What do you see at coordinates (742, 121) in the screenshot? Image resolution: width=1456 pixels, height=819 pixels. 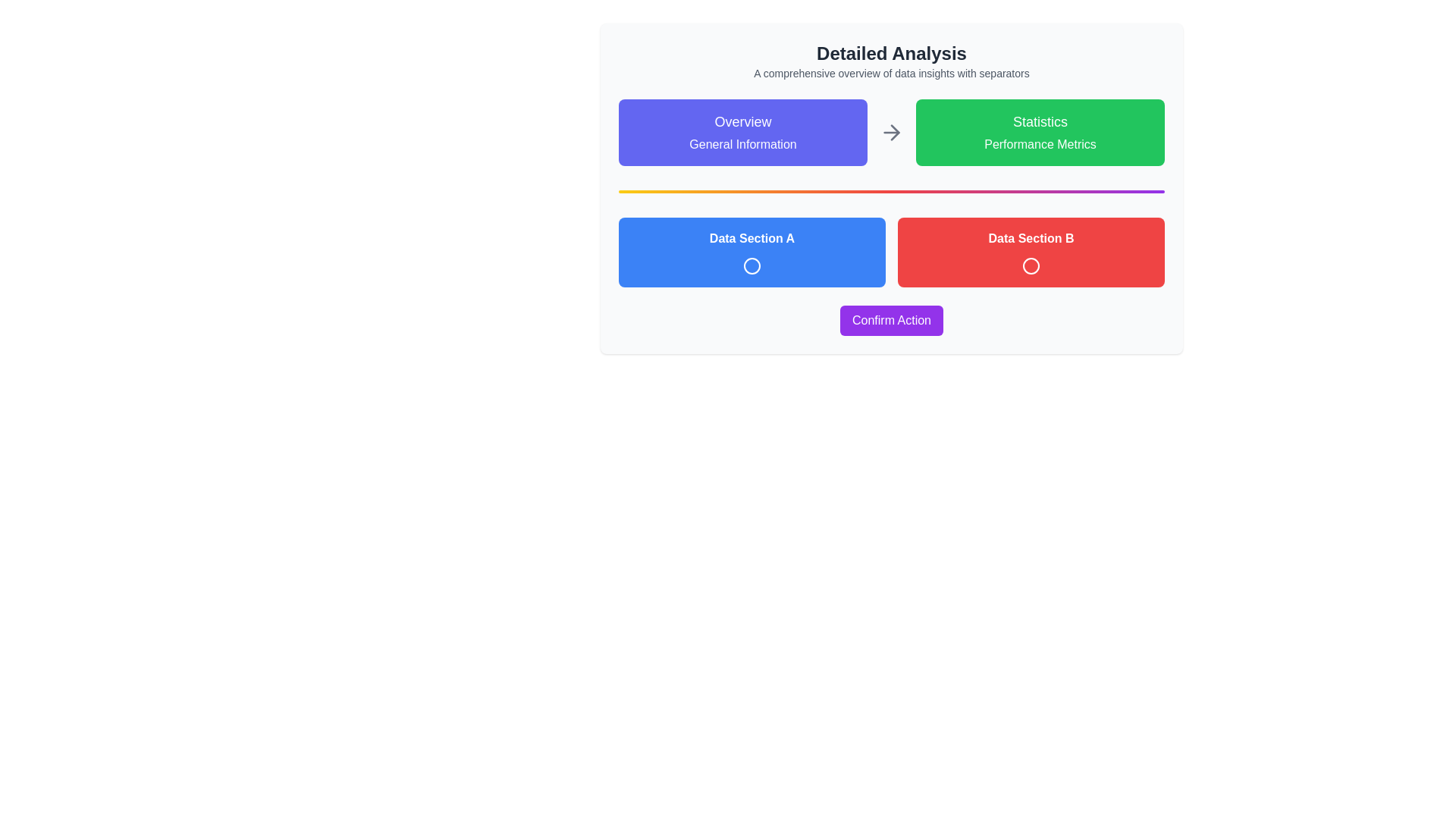 I see `the text label that describes the section, which contains the text 'Overview' at the top and 'General Information' below, located in the leftmost box of two adjacent boxes near the top-left of the interface` at bounding box center [742, 121].